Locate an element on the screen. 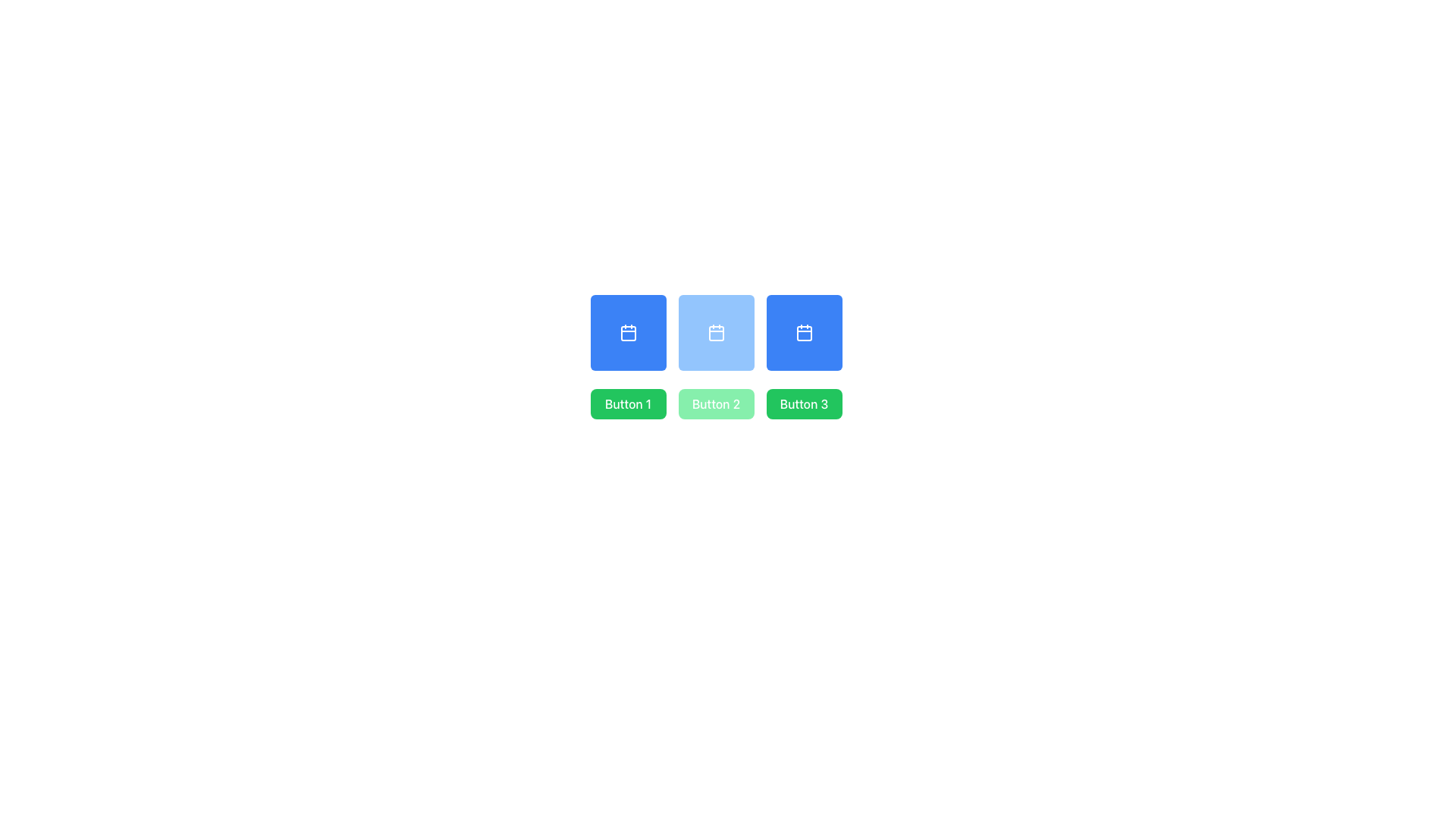 The height and width of the screenshot is (819, 1456). the rectangular region of the blue calendar icon, which is centrally located within the icon, positioned third from the left in a row of similar icons above their respective buttons is located at coordinates (803, 332).